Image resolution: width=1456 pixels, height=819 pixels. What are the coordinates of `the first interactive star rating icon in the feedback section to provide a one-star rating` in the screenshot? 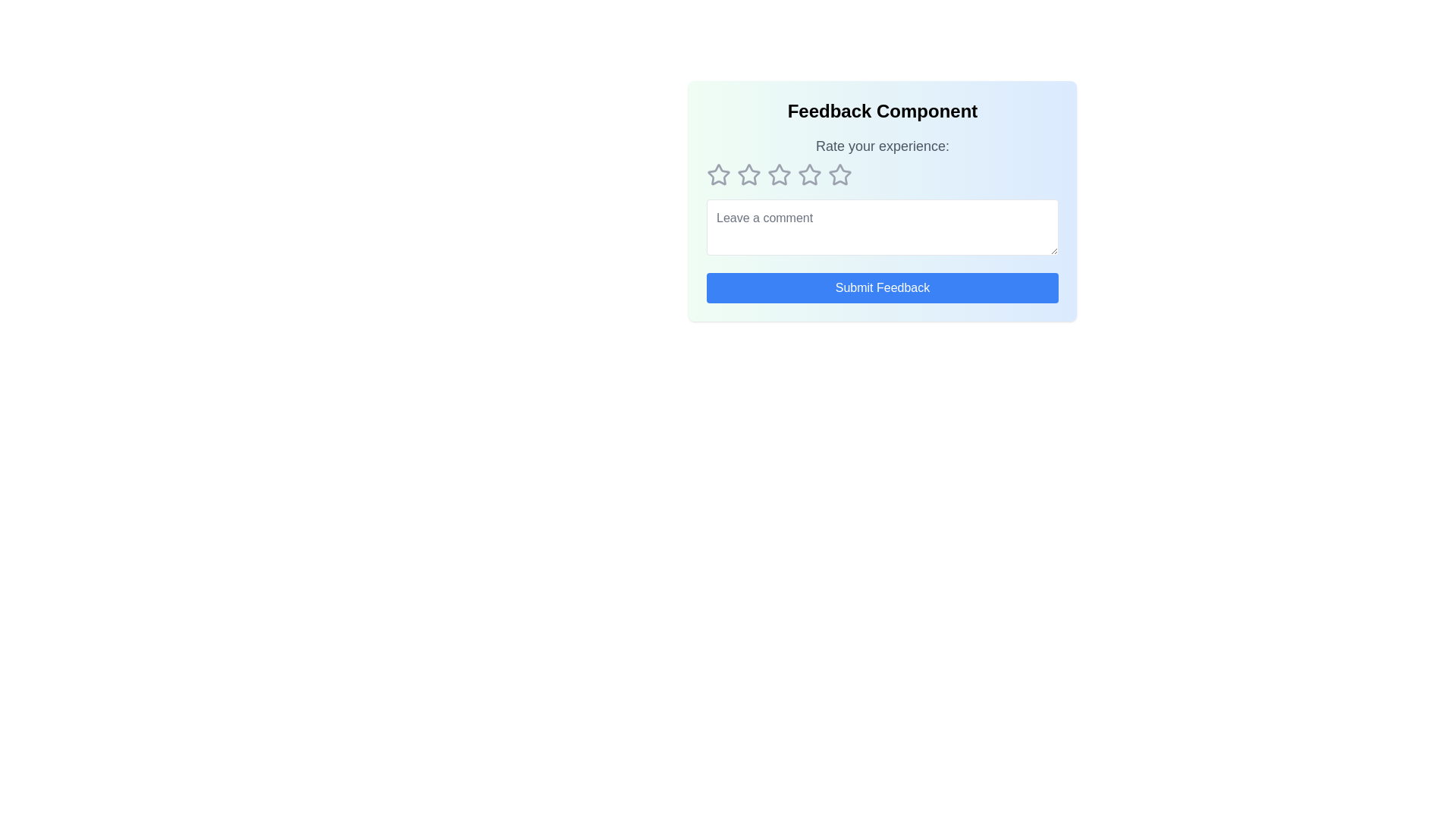 It's located at (718, 174).